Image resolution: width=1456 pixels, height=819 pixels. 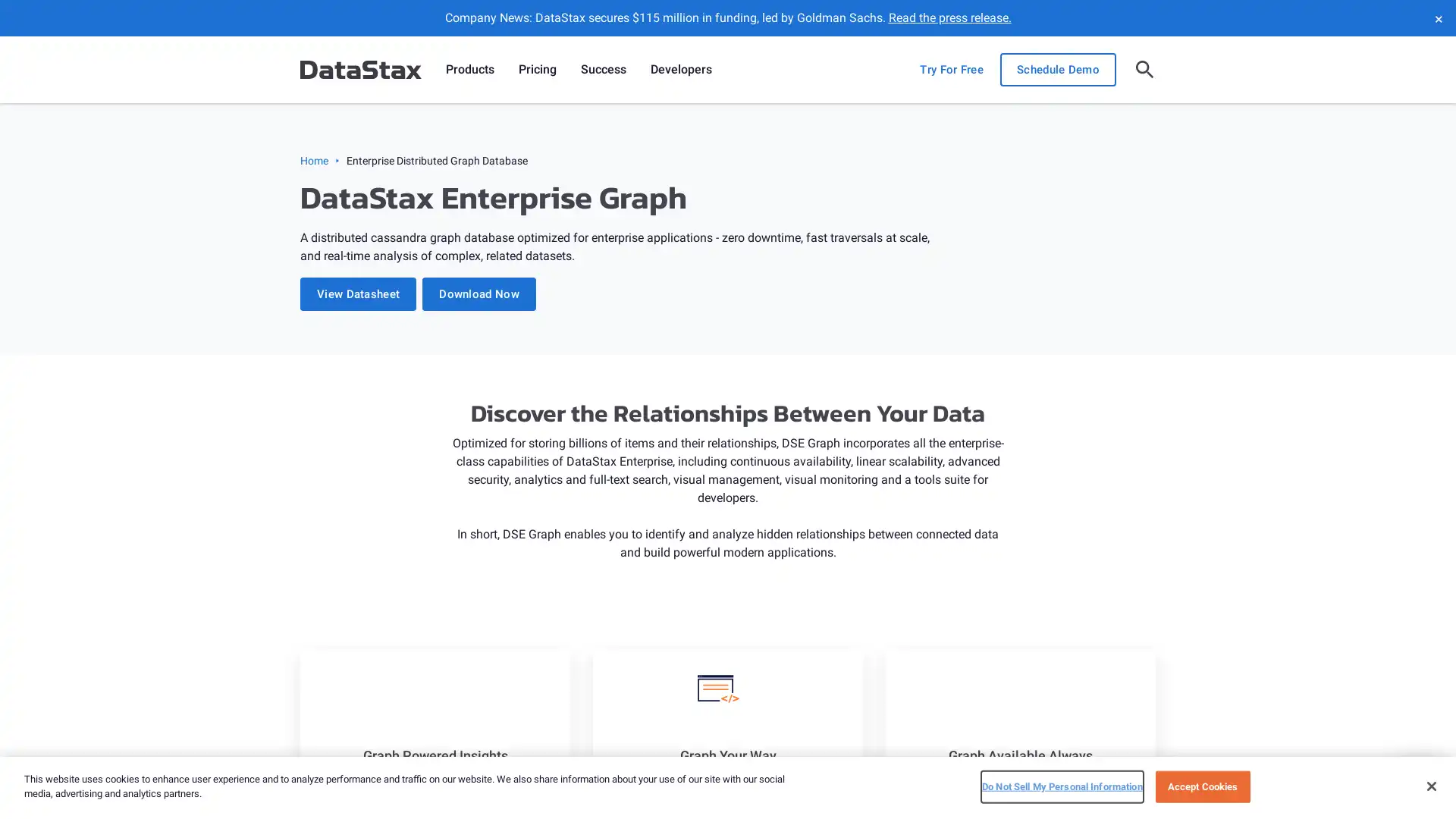 I want to click on Developers, so click(x=680, y=70).